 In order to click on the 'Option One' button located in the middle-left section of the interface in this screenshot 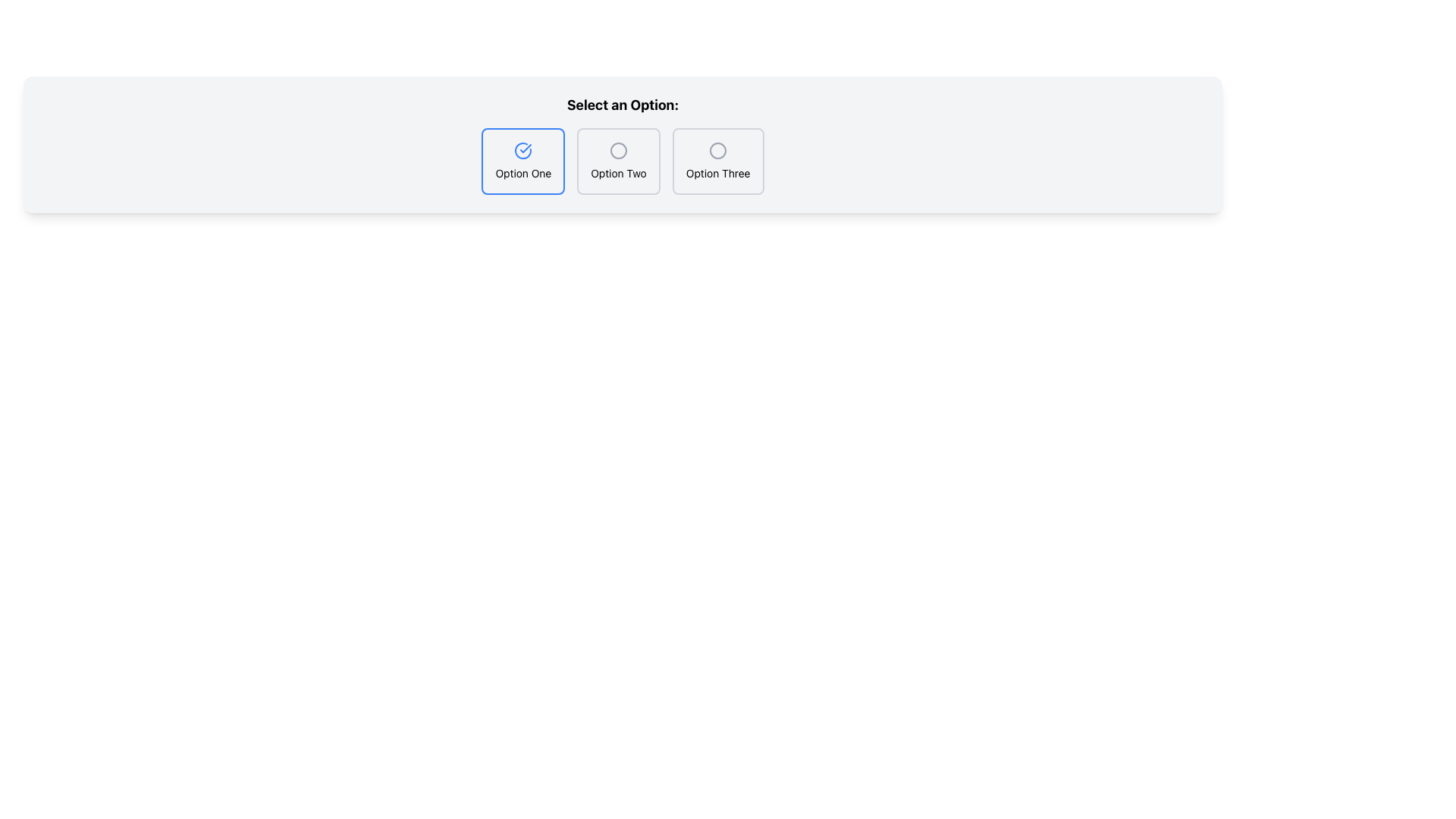, I will do `click(523, 161)`.